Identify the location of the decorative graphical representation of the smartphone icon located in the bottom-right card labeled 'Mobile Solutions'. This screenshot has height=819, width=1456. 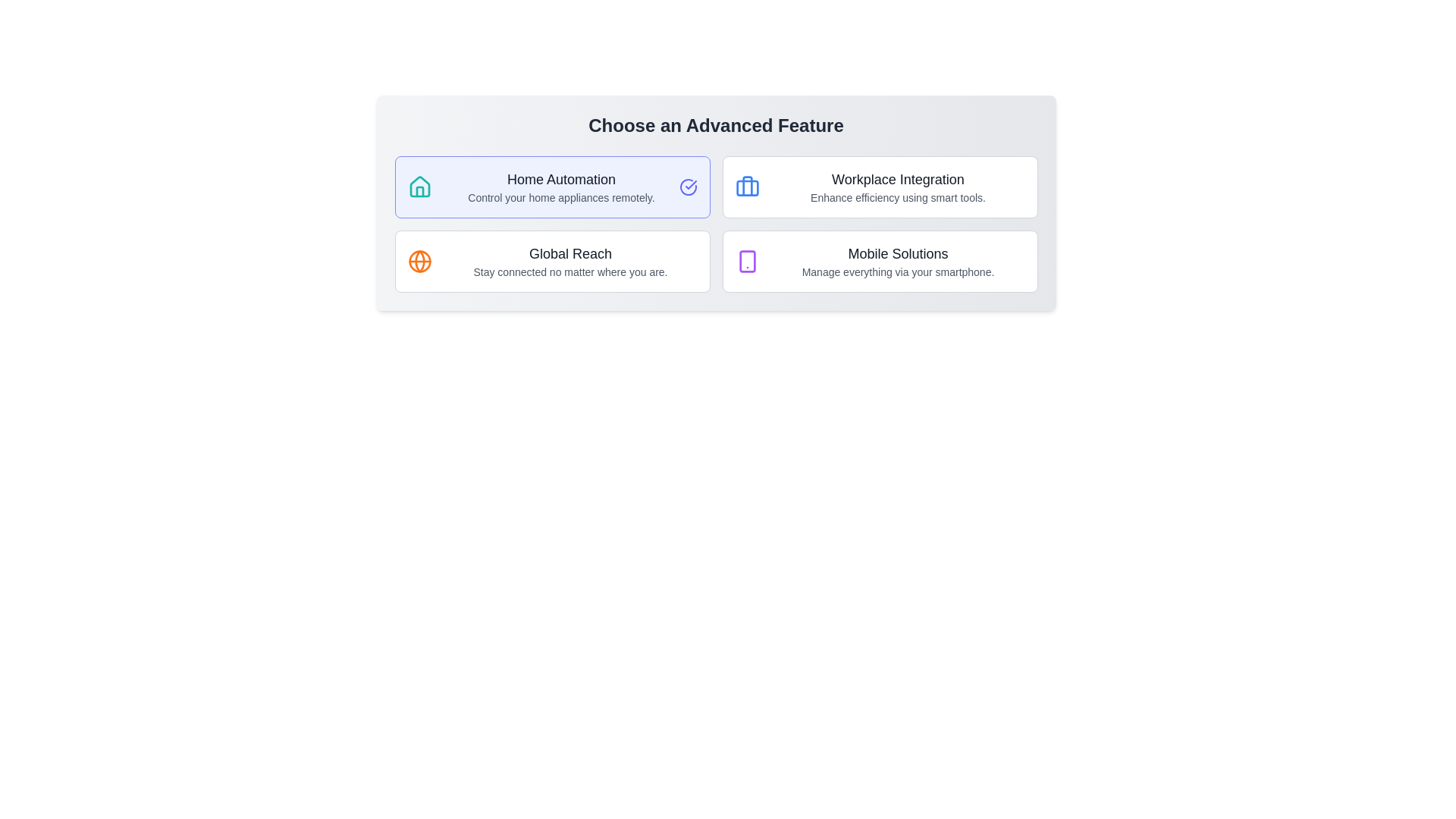
(747, 260).